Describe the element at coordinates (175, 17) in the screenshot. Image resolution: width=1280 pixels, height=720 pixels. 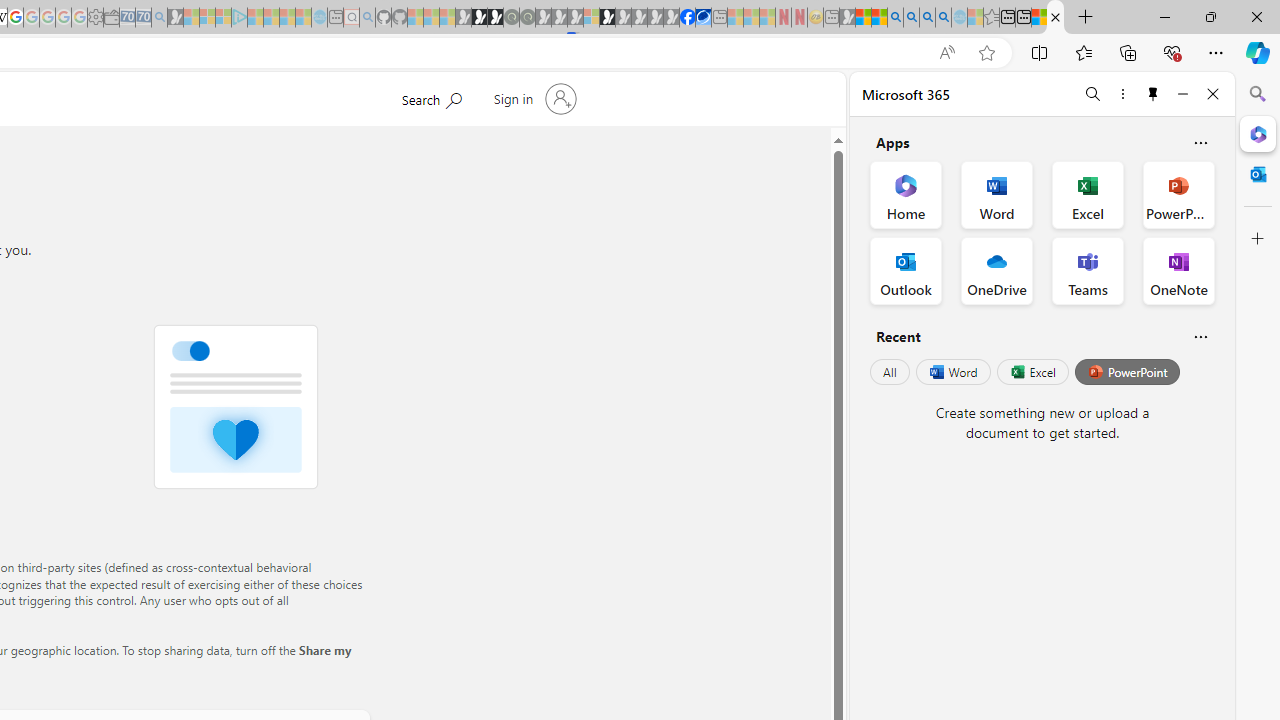
I see `'Microsoft Start Gaming - Sleeping'` at that location.